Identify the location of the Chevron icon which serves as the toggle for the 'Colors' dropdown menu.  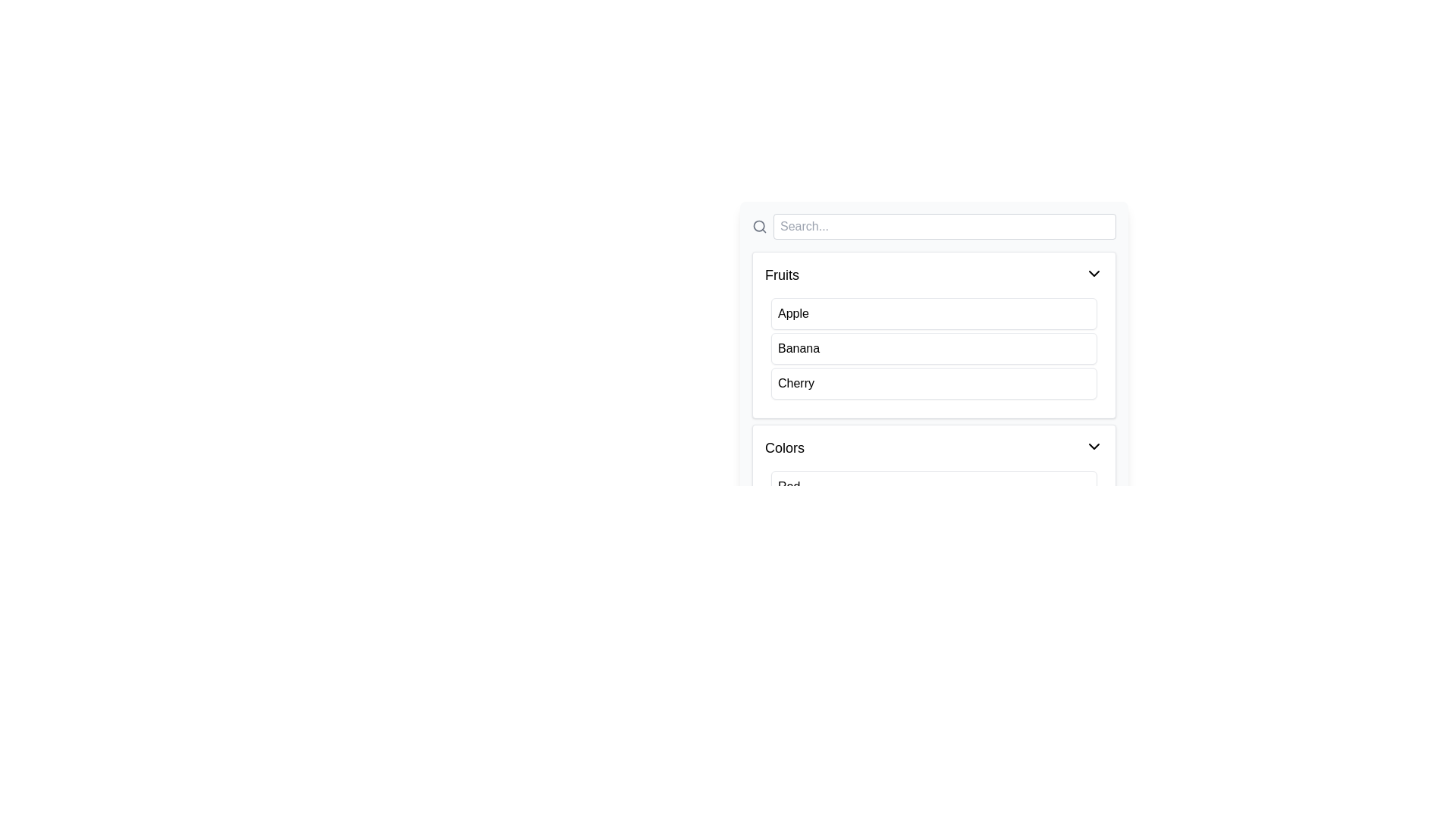
(1094, 446).